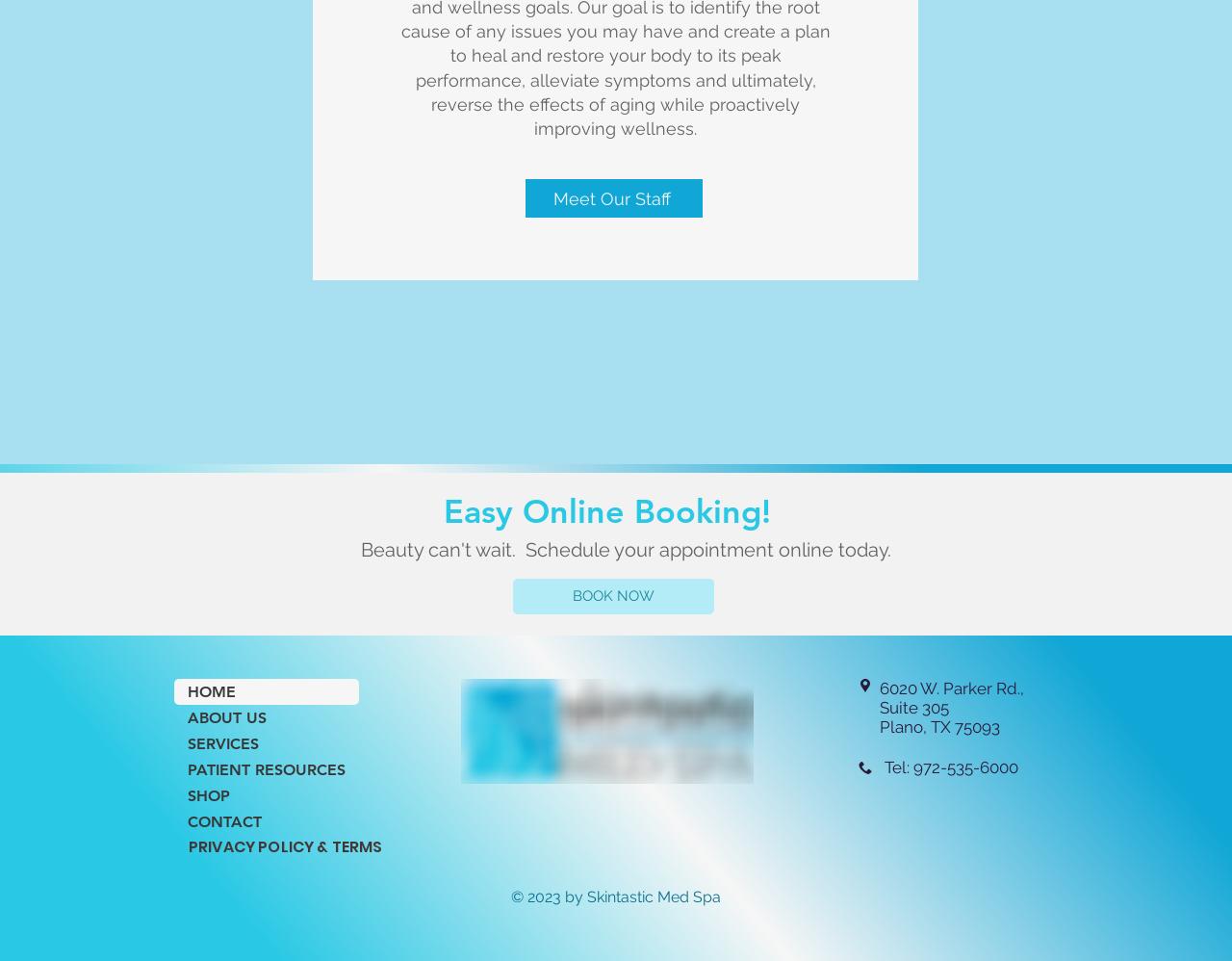 The width and height of the screenshot is (1232, 961). What do you see at coordinates (611, 197) in the screenshot?
I see `'Meet Our Staff'` at bounding box center [611, 197].